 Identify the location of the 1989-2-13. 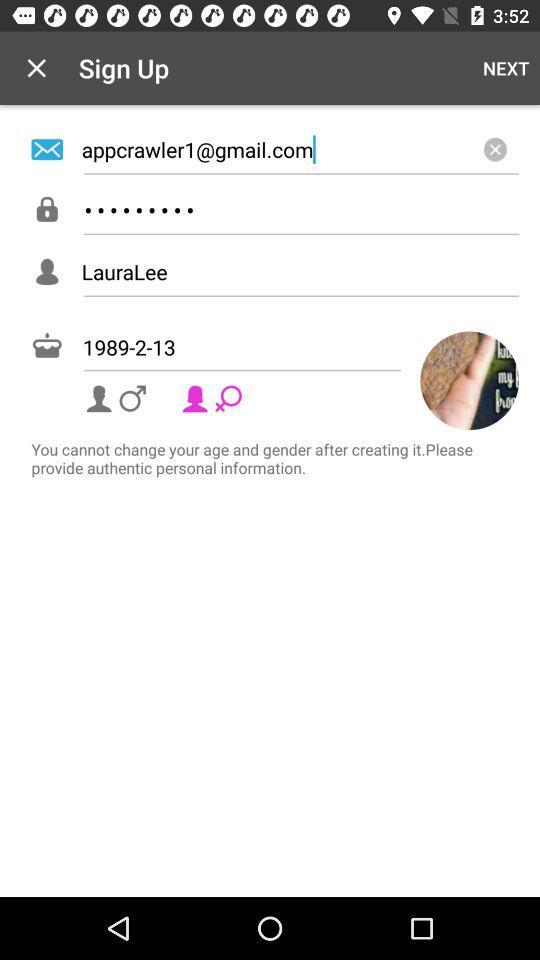
(274, 347).